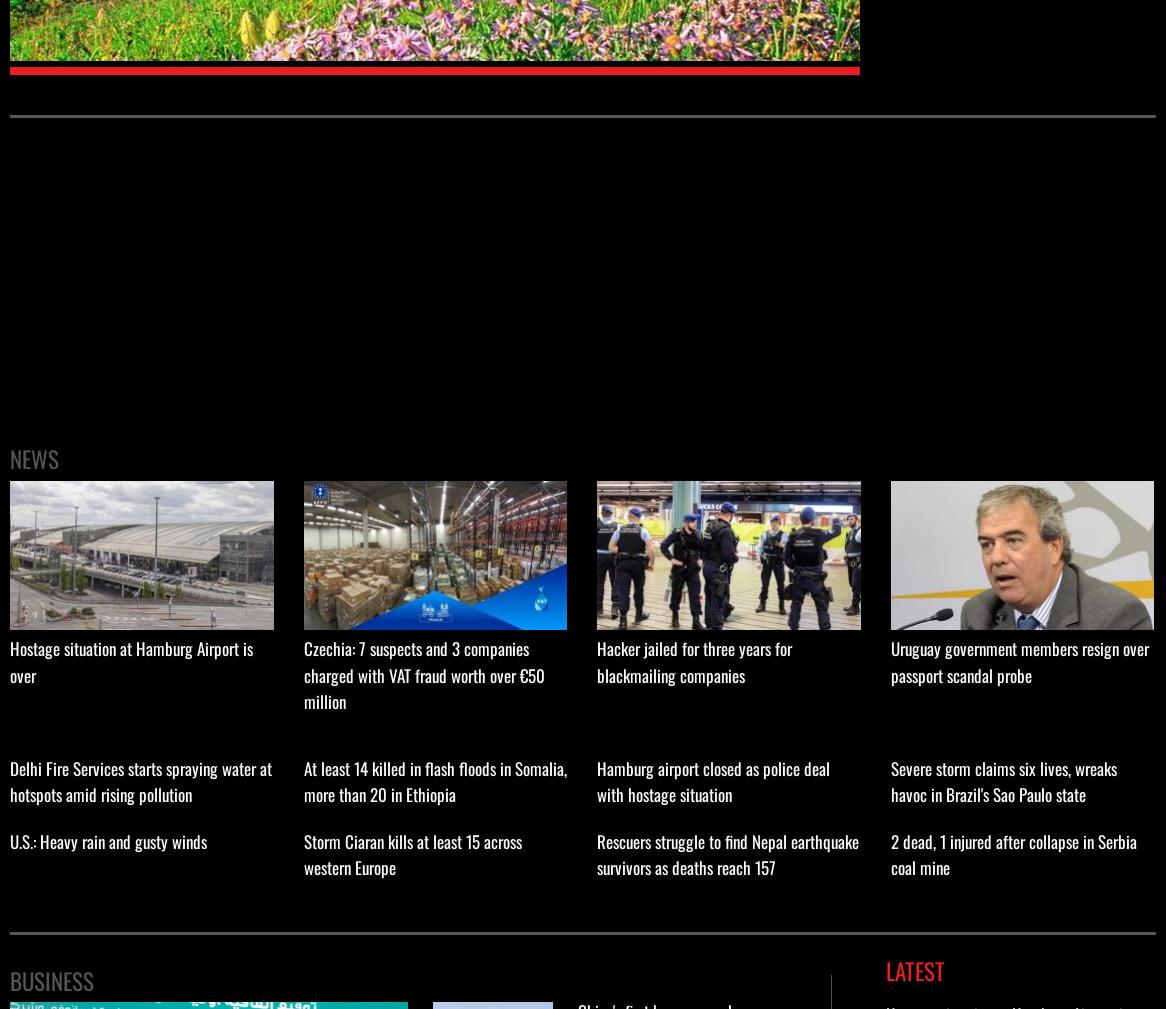 The image size is (1166, 1009). Describe the element at coordinates (433, 780) in the screenshot. I see `'At least 14 killed in flash floods in Somalia, more than 20 in Ethiopia'` at that location.